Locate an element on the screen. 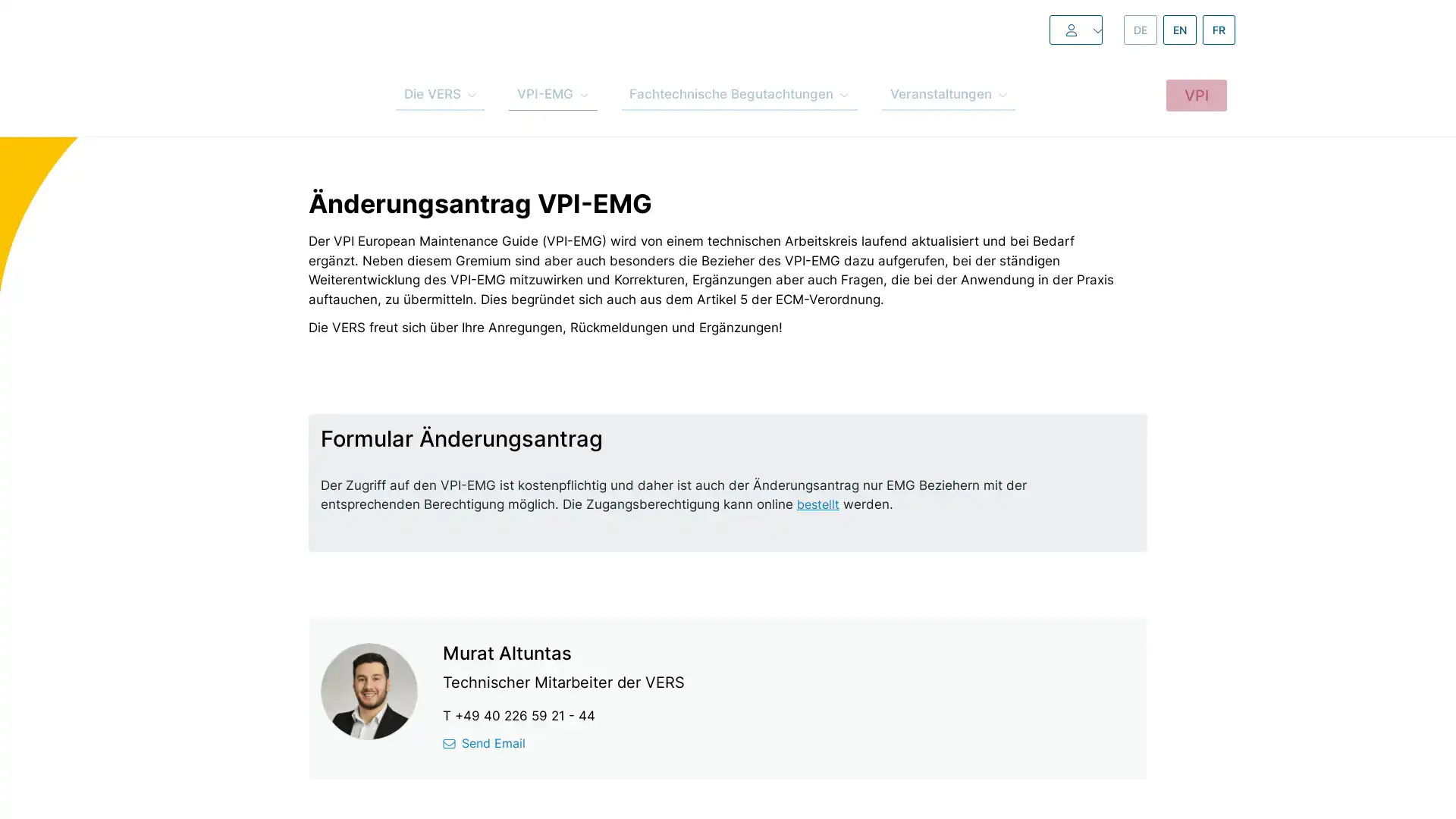 The width and height of the screenshot is (1456, 819). Login is located at coordinates (1040, 30).